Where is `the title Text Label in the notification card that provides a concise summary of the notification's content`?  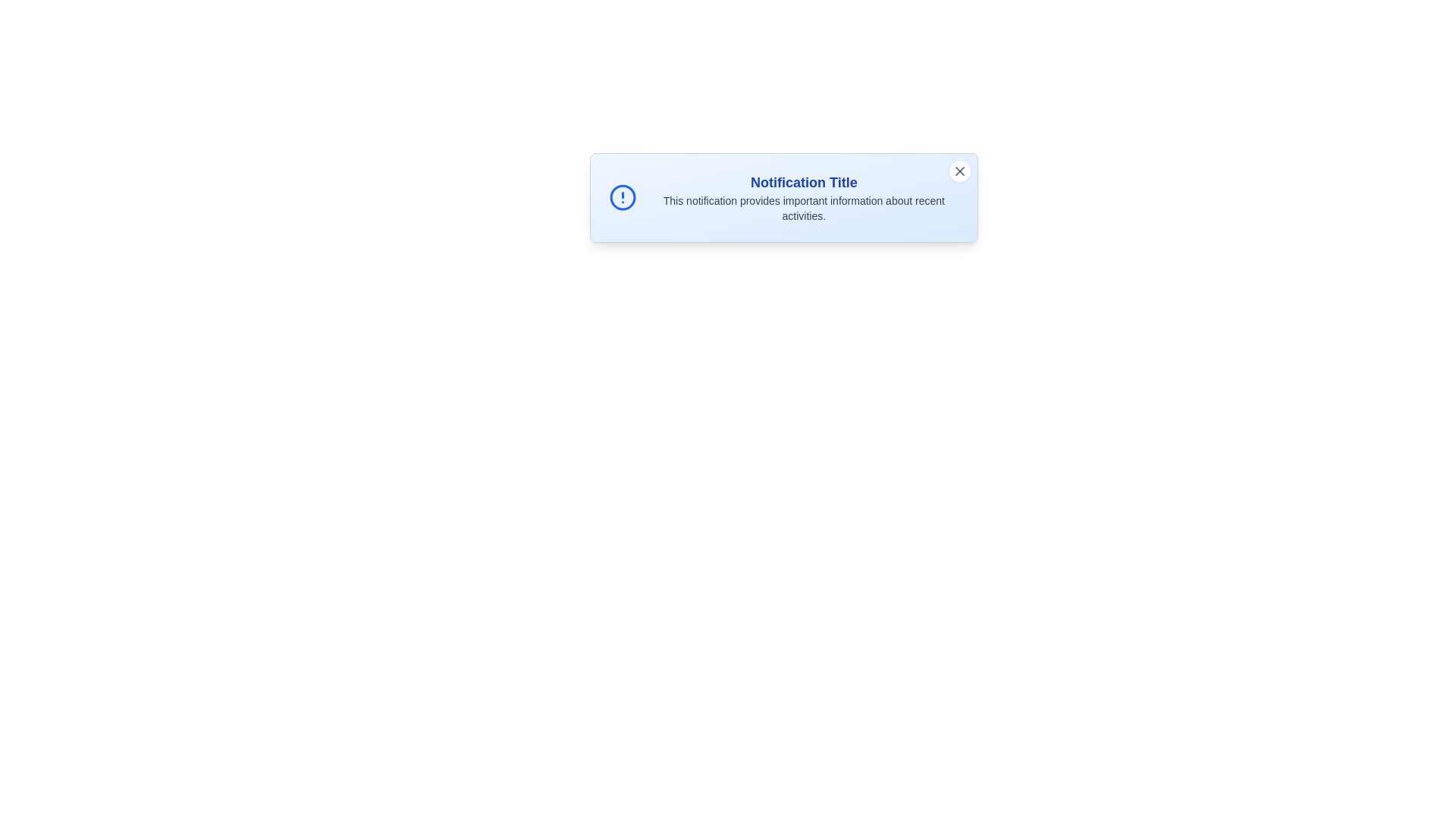
the title Text Label in the notification card that provides a concise summary of the notification's content is located at coordinates (803, 181).